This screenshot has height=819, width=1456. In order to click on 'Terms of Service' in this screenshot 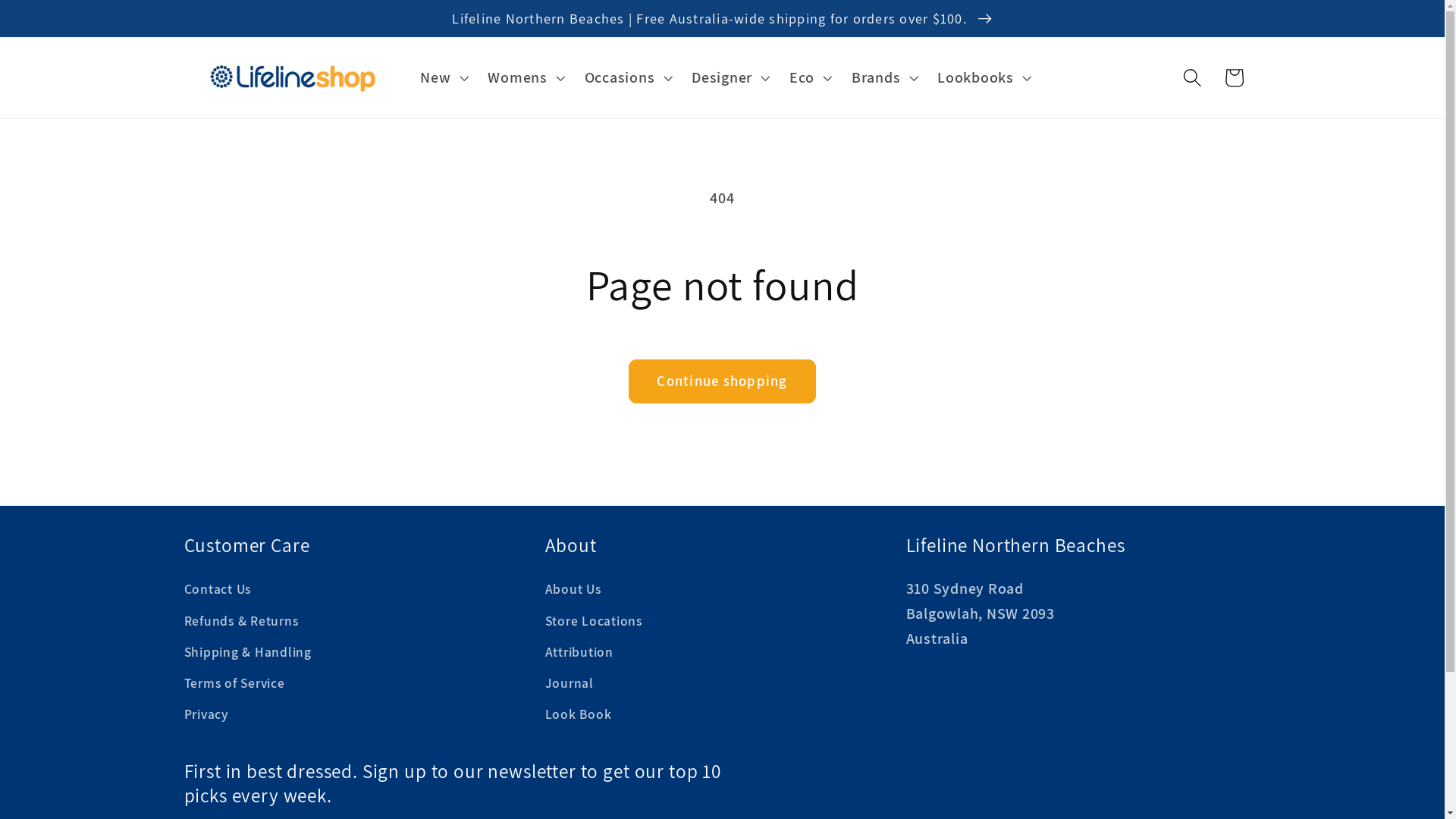, I will do `click(233, 683)`.